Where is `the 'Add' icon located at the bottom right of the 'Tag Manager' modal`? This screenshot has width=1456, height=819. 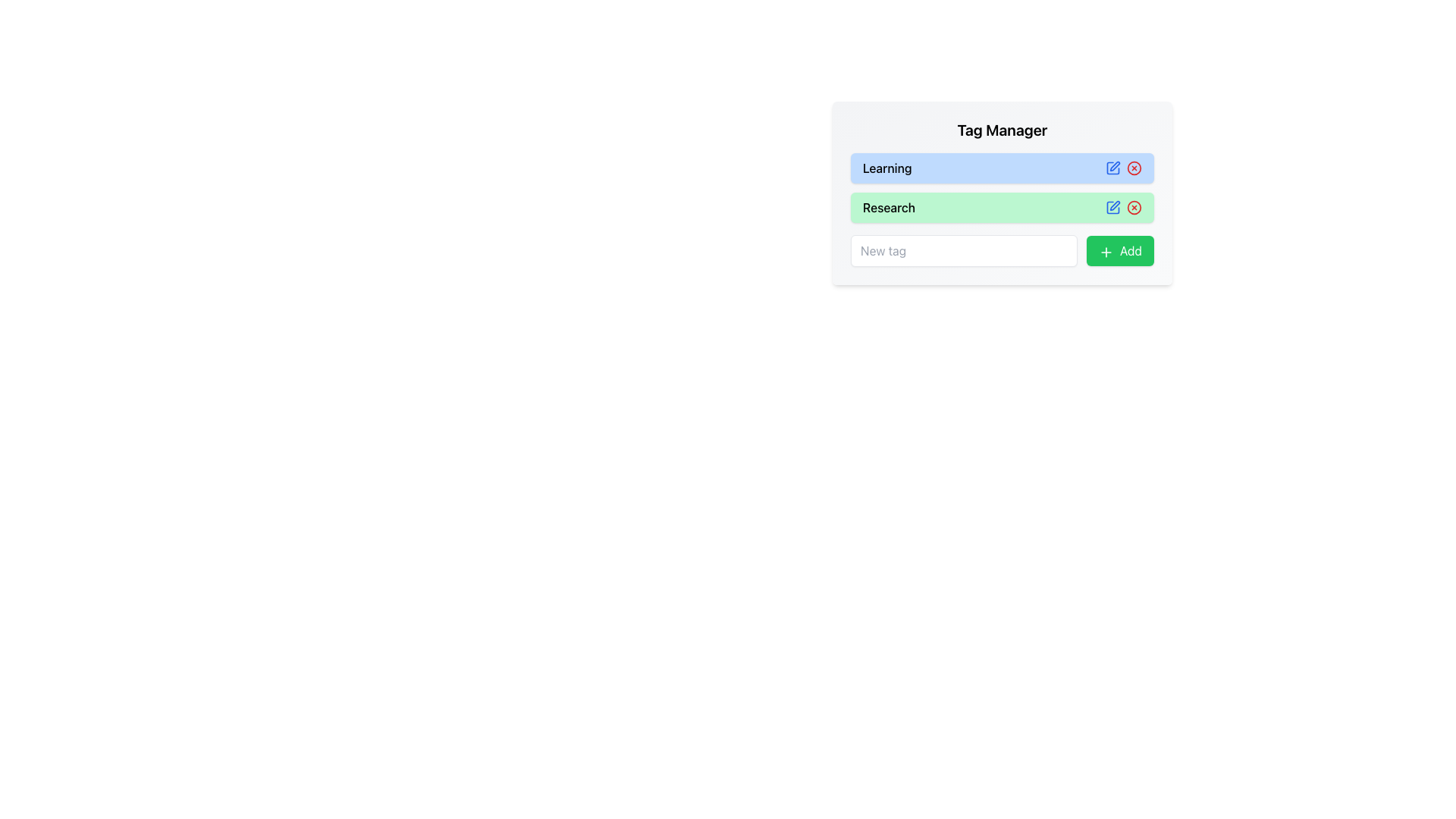
the 'Add' icon located at the bottom right of the 'Tag Manager' modal is located at coordinates (1106, 251).